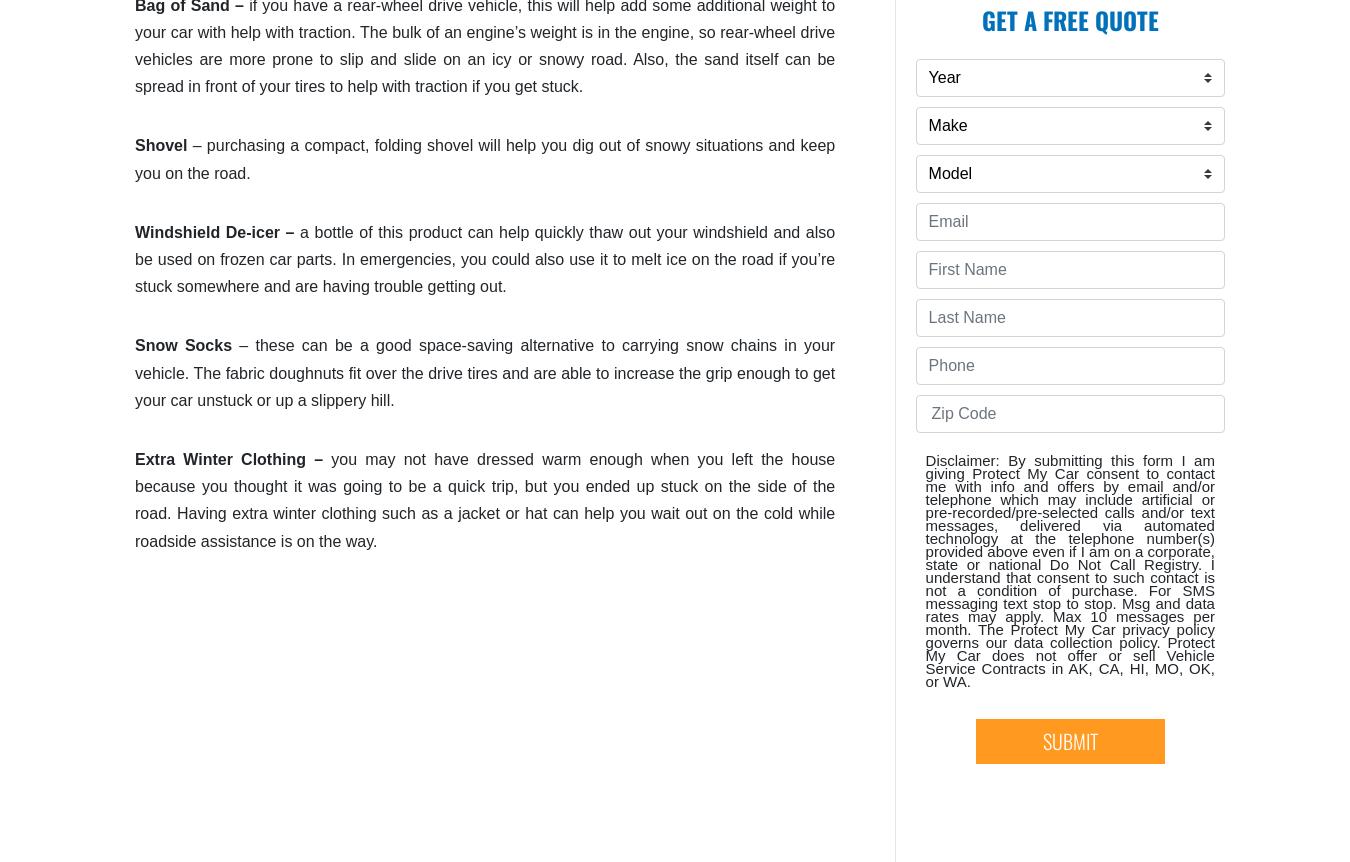  Describe the element at coordinates (232, 458) in the screenshot. I see `'Extra Winter Clothing –'` at that location.